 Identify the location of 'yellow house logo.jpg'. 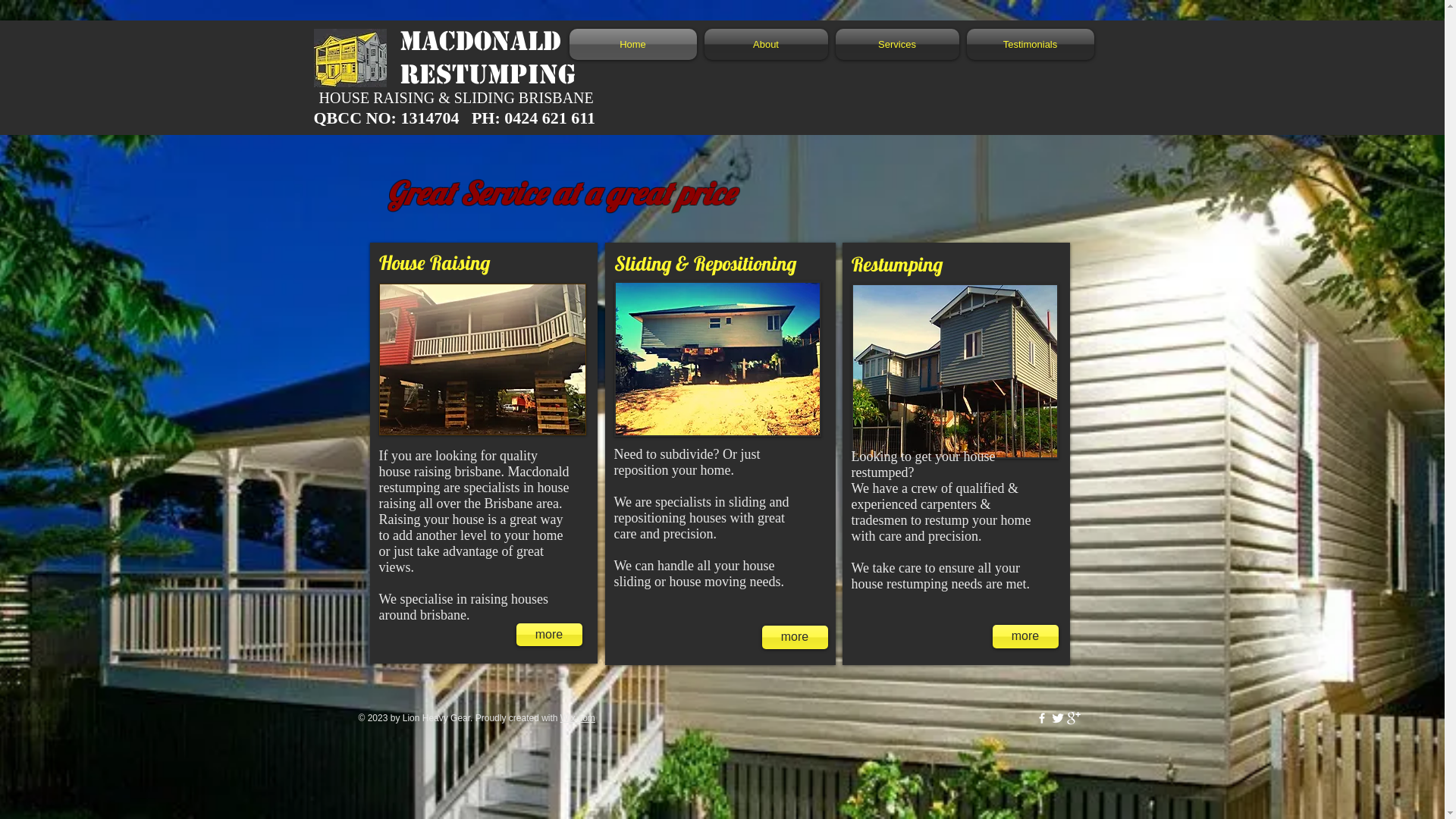
(349, 57).